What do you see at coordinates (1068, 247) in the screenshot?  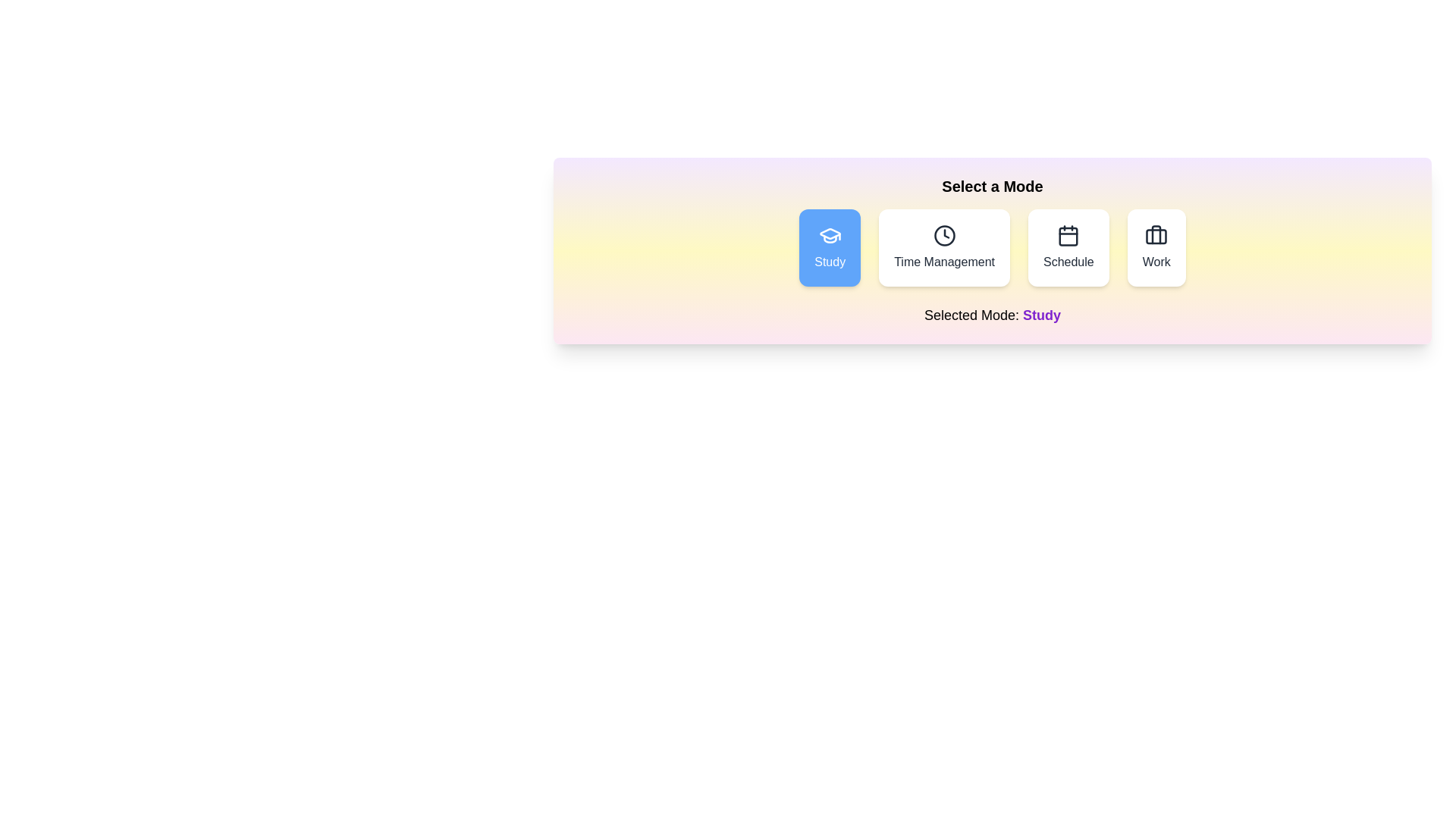 I see `the button corresponding to the mode Schedule` at bounding box center [1068, 247].